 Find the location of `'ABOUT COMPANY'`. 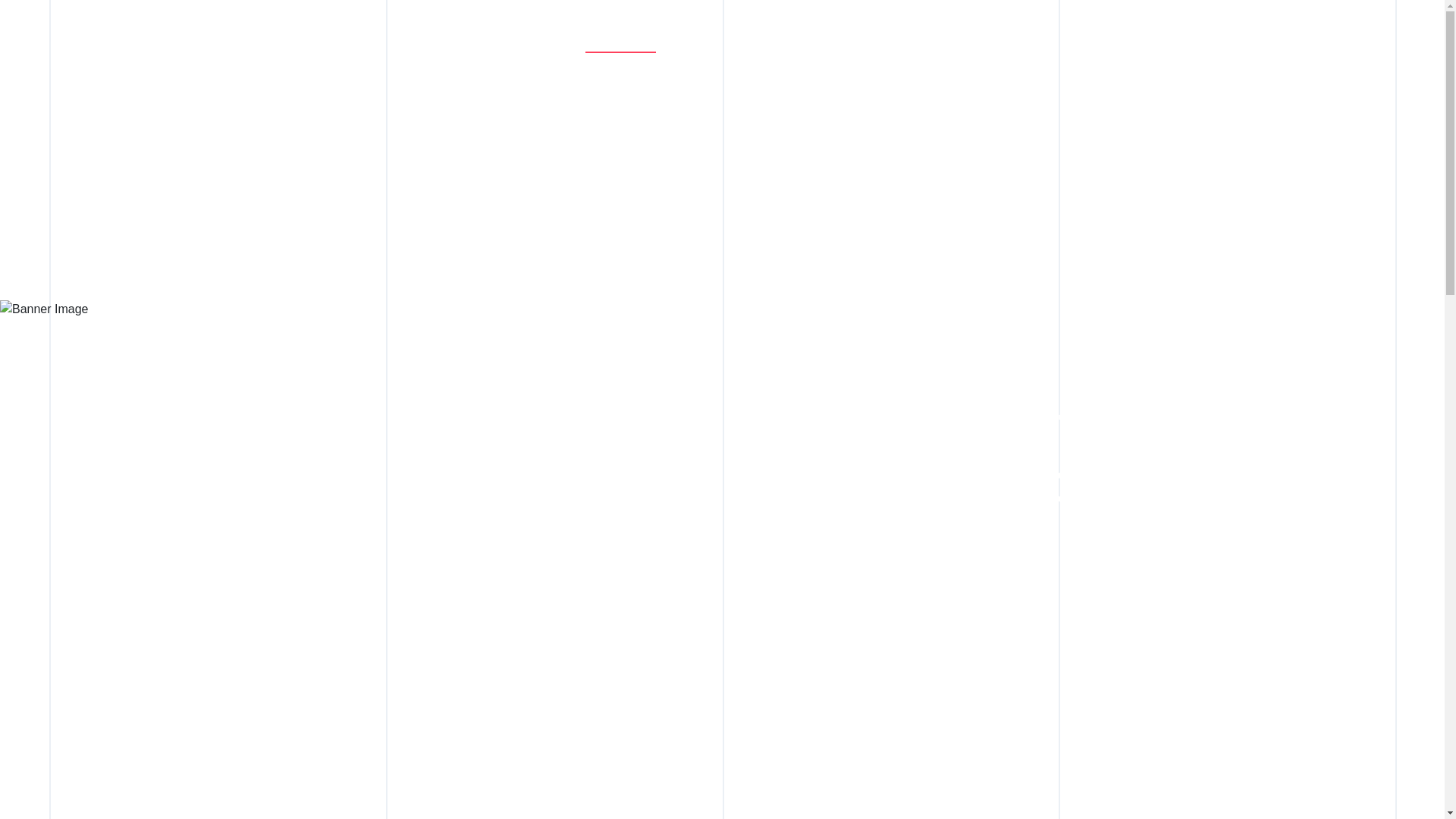

'ABOUT COMPANY' is located at coordinates (644, 44).